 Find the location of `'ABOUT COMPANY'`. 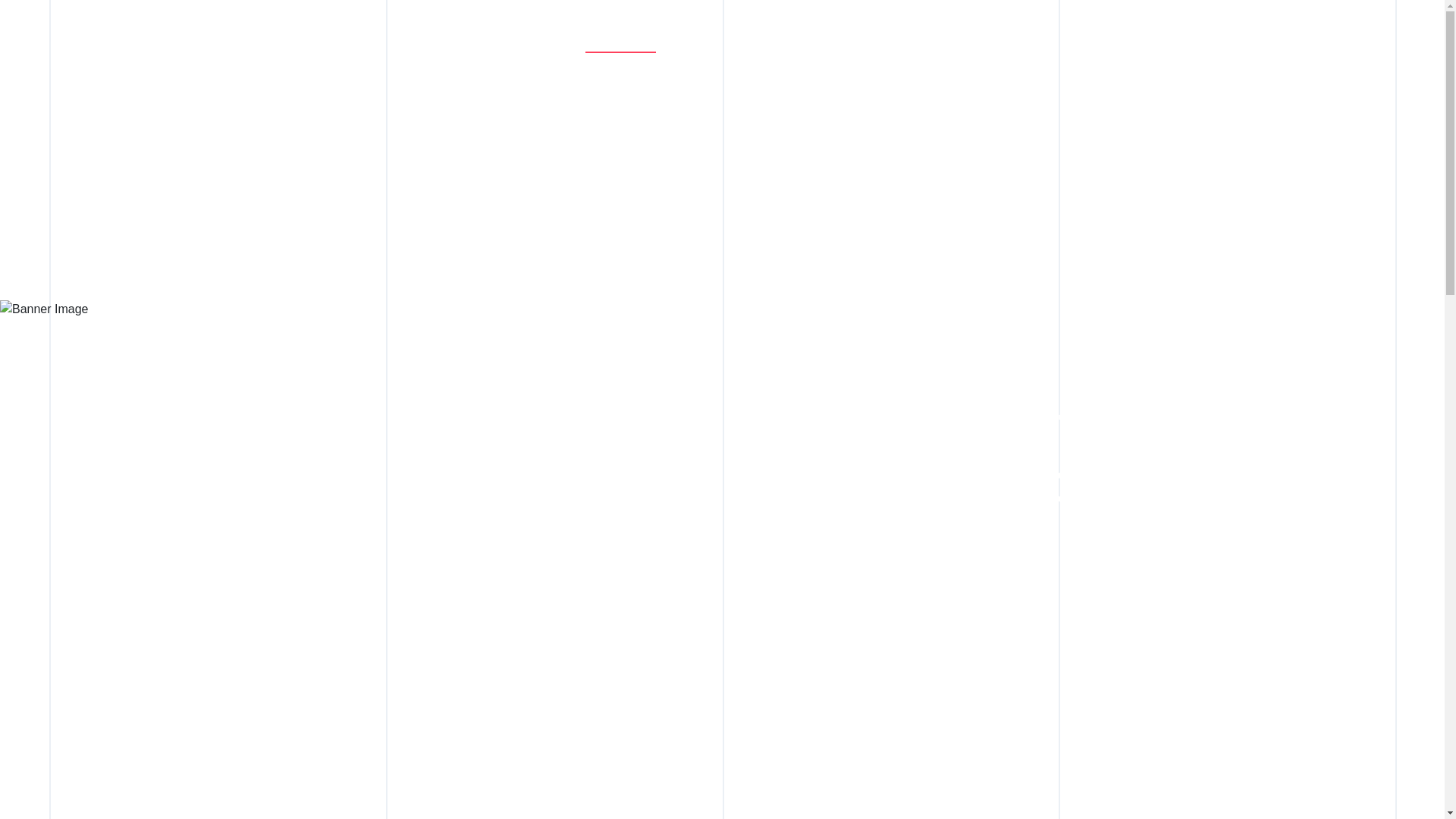

'ABOUT COMPANY' is located at coordinates (644, 44).